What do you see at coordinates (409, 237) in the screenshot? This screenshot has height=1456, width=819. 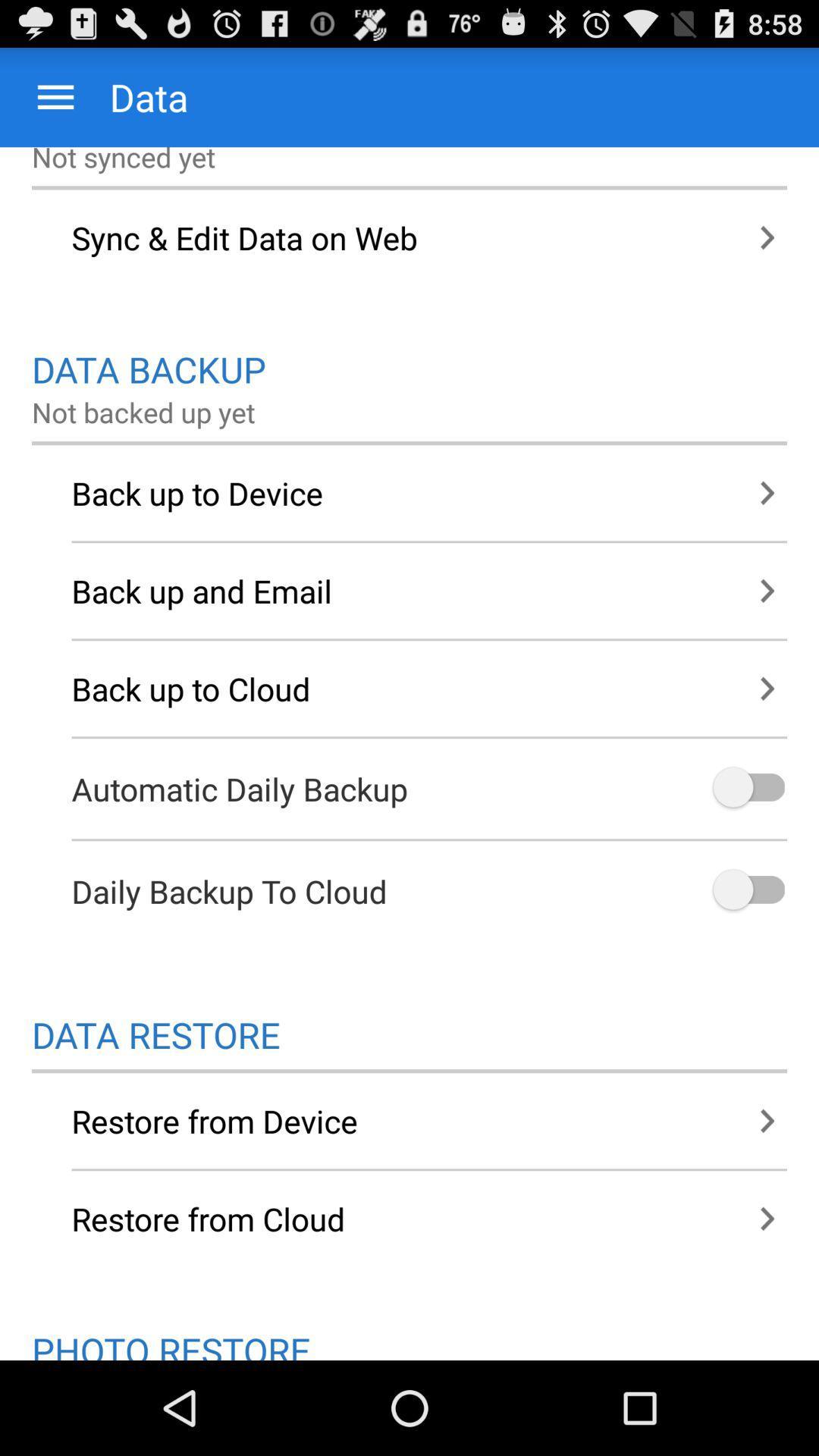 I see `the sync edit data` at bounding box center [409, 237].